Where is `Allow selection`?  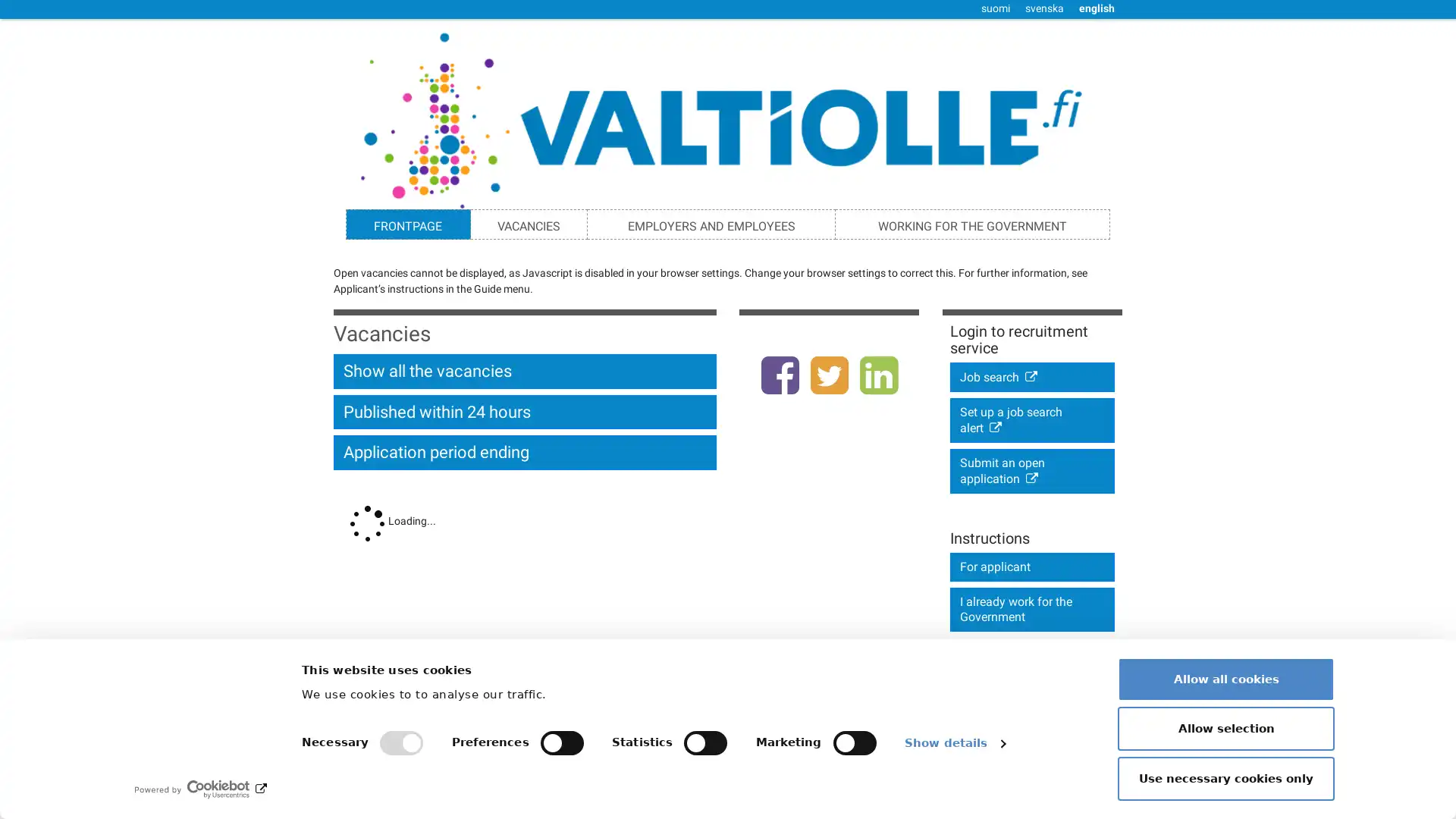 Allow selection is located at coordinates (1226, 727).